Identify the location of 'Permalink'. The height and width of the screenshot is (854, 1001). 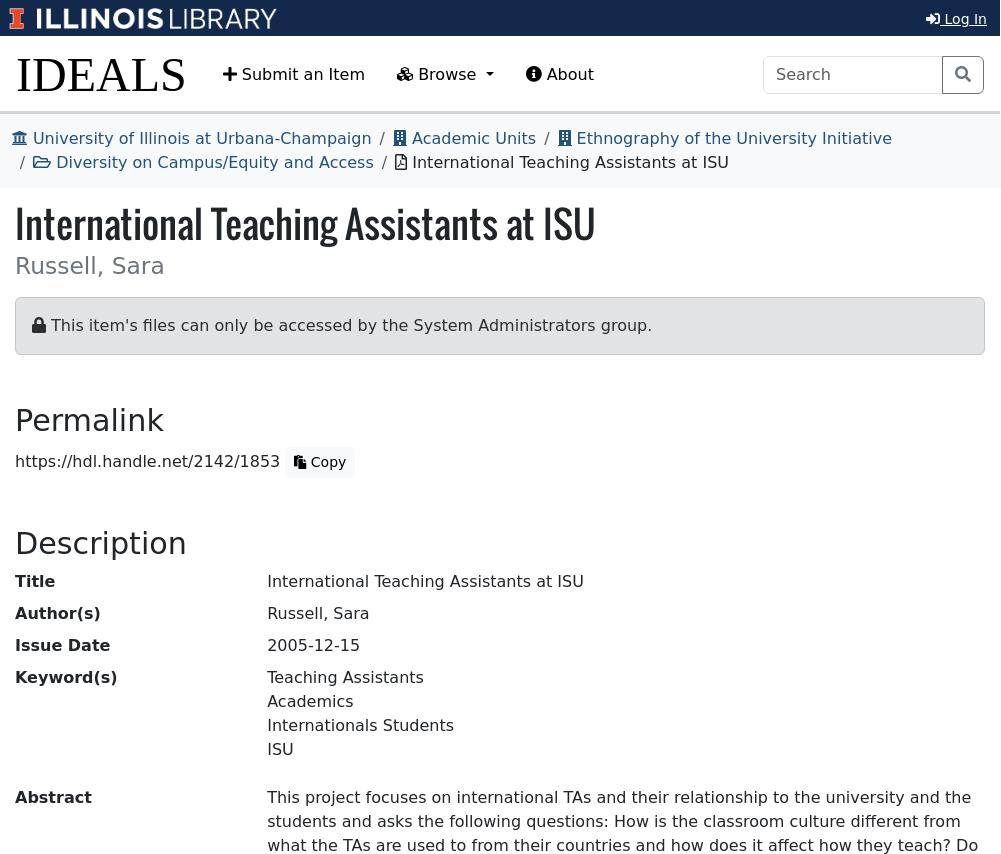
(59, 363).